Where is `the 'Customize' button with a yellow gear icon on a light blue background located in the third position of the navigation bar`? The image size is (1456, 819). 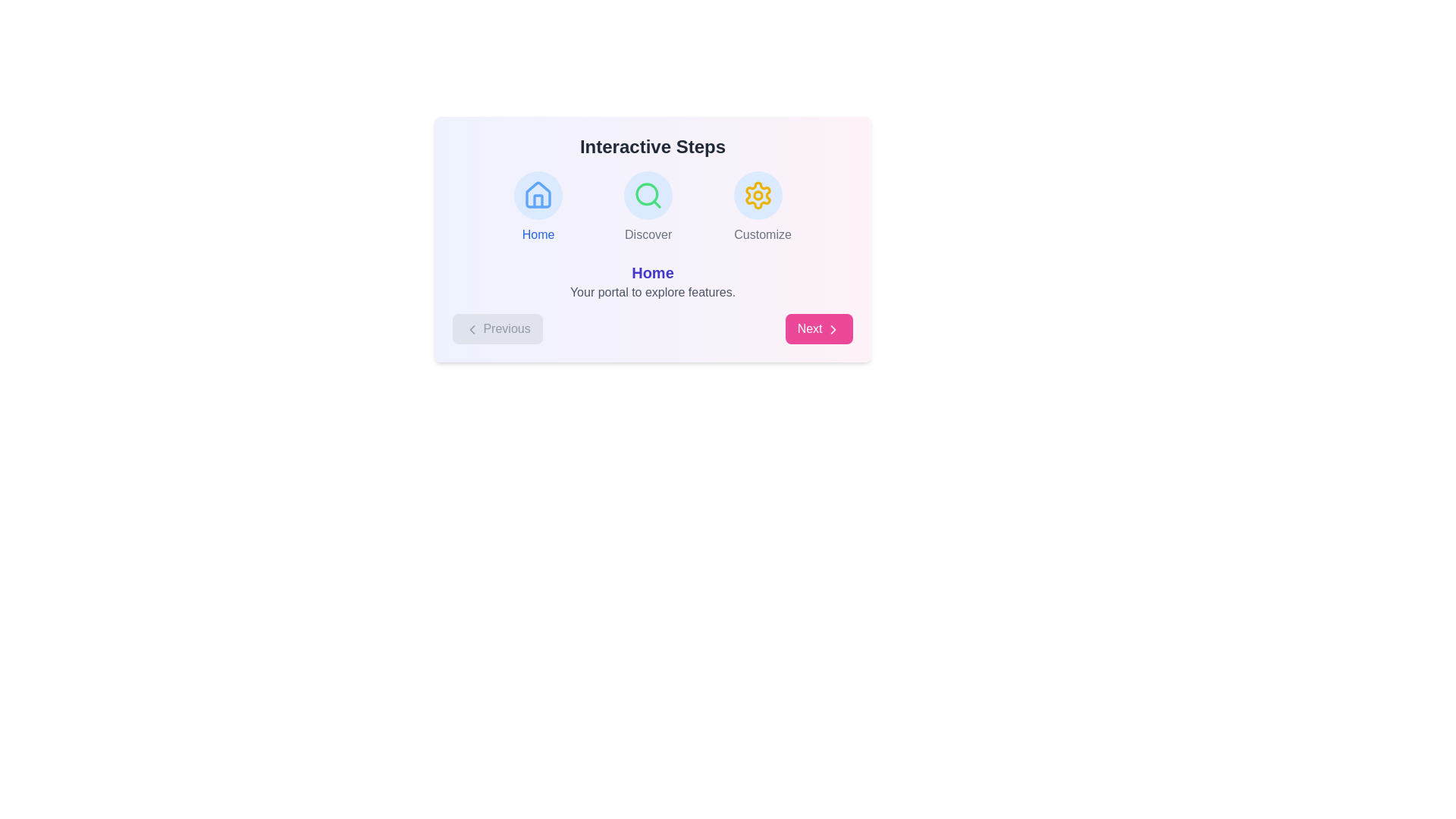
the 'Customize' button with a yellow gear icon on a light blue background located in the third position of the navigation bar is located at coordinates (763, 207).